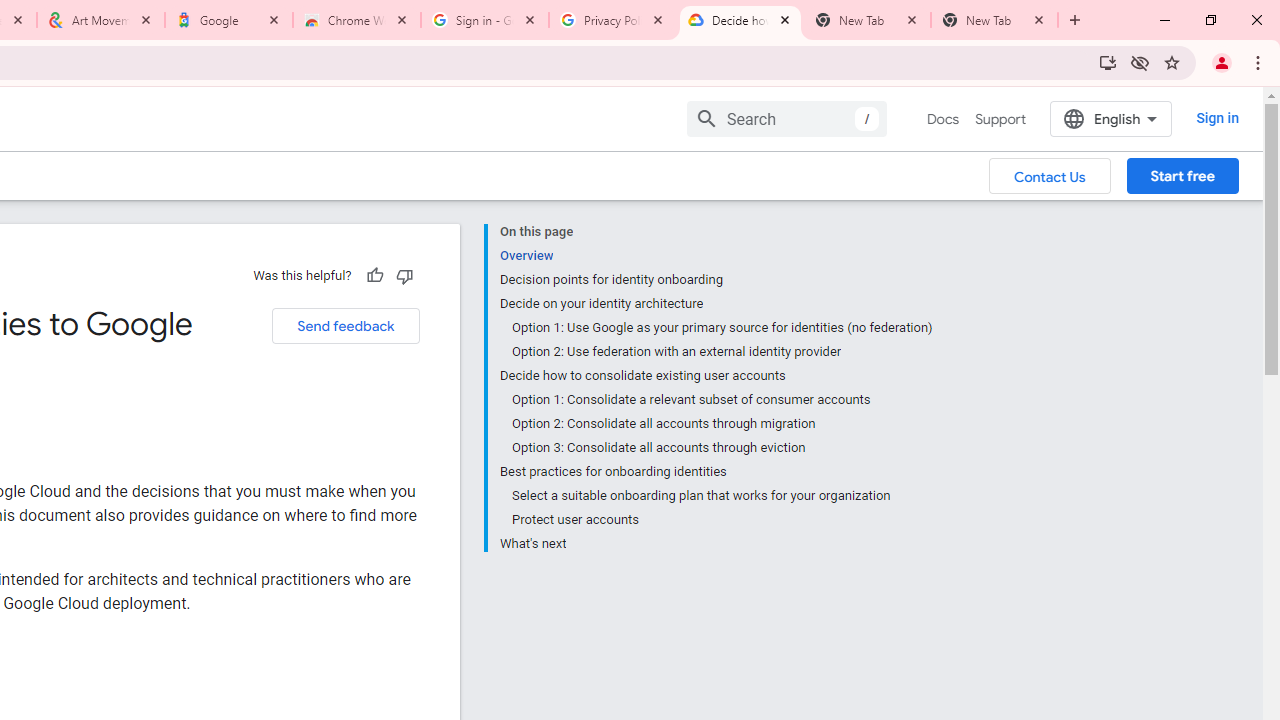 This screenshot has height=720, width=1280. Describe the element at coordinates (485, 20) in the screenshot. I see `'Sign in - Google Accounts'` at that location.